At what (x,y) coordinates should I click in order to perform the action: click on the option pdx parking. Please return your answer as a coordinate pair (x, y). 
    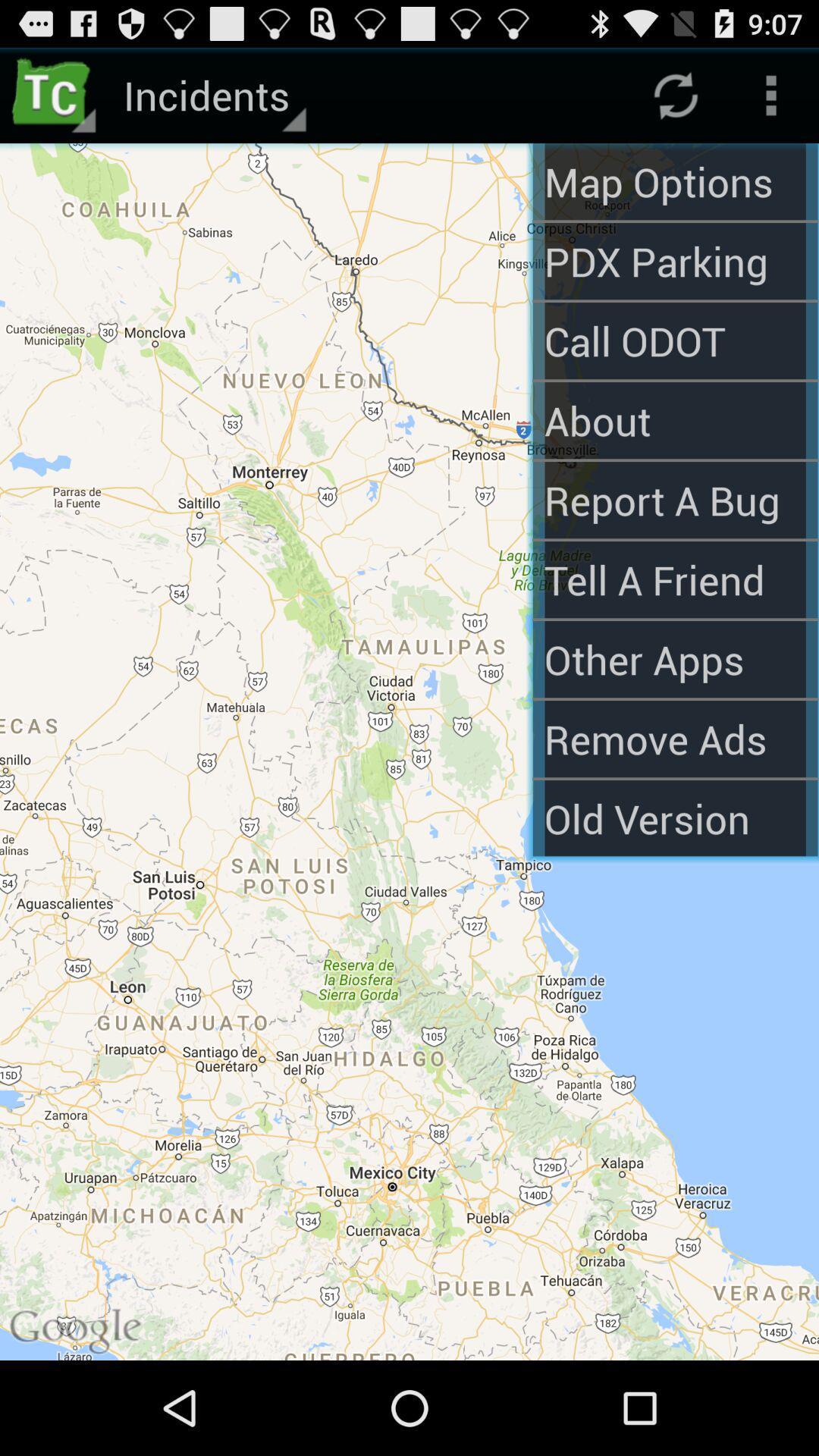
    Looking at the image, I should click on (674, 261).